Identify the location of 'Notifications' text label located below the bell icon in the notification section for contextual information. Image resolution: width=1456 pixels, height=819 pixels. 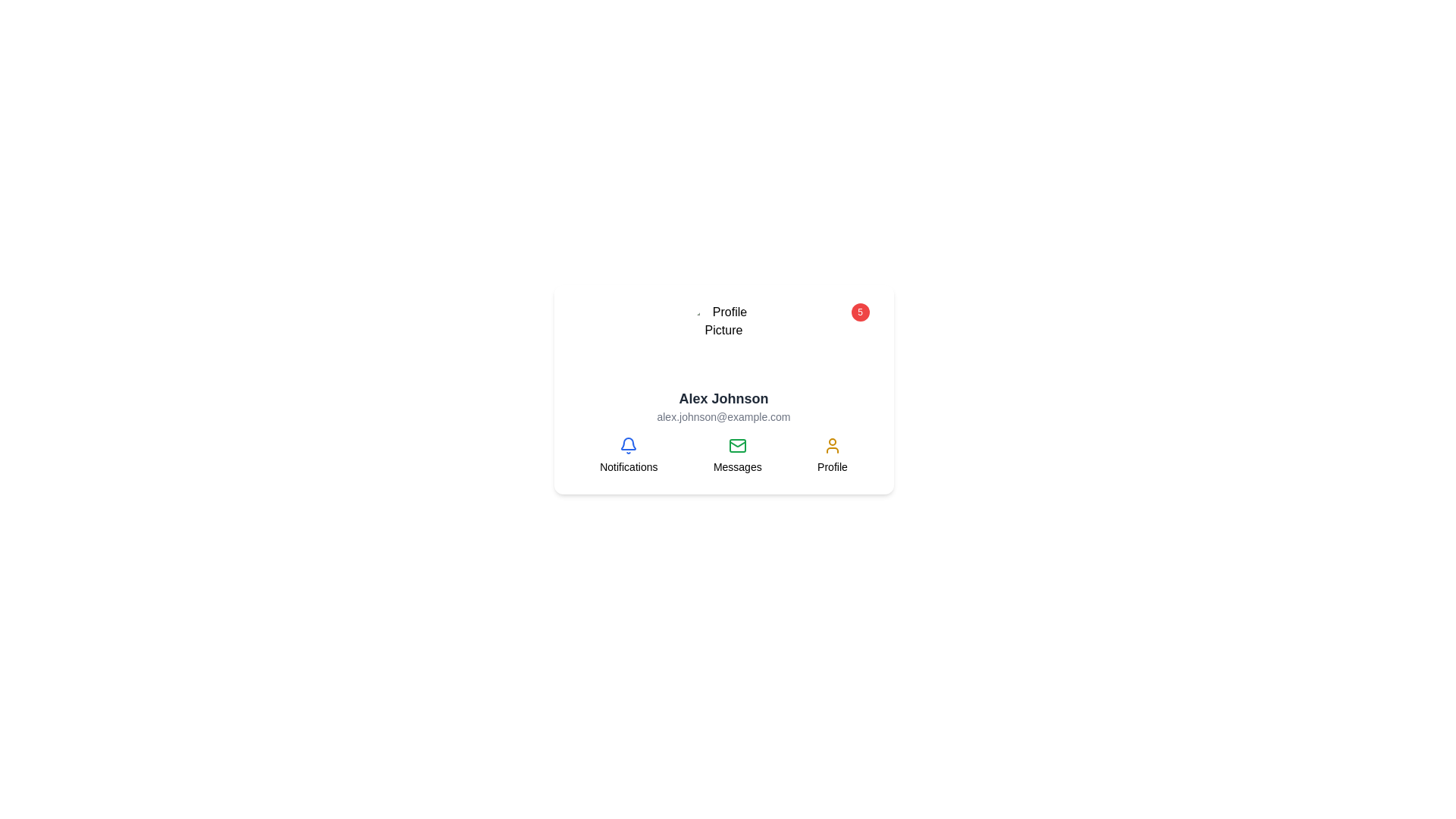
(629, 466).